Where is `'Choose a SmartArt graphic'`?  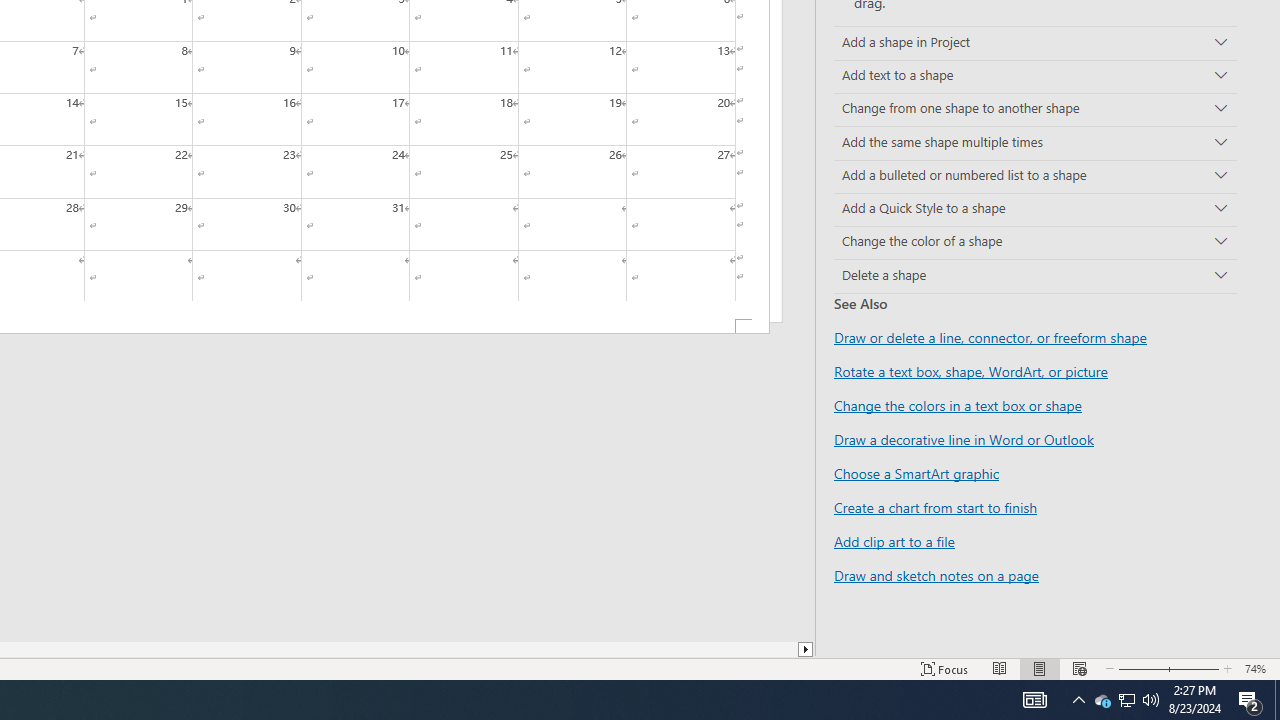 'Choose a SmartArt graphic' is located at coordinates (915, 473).